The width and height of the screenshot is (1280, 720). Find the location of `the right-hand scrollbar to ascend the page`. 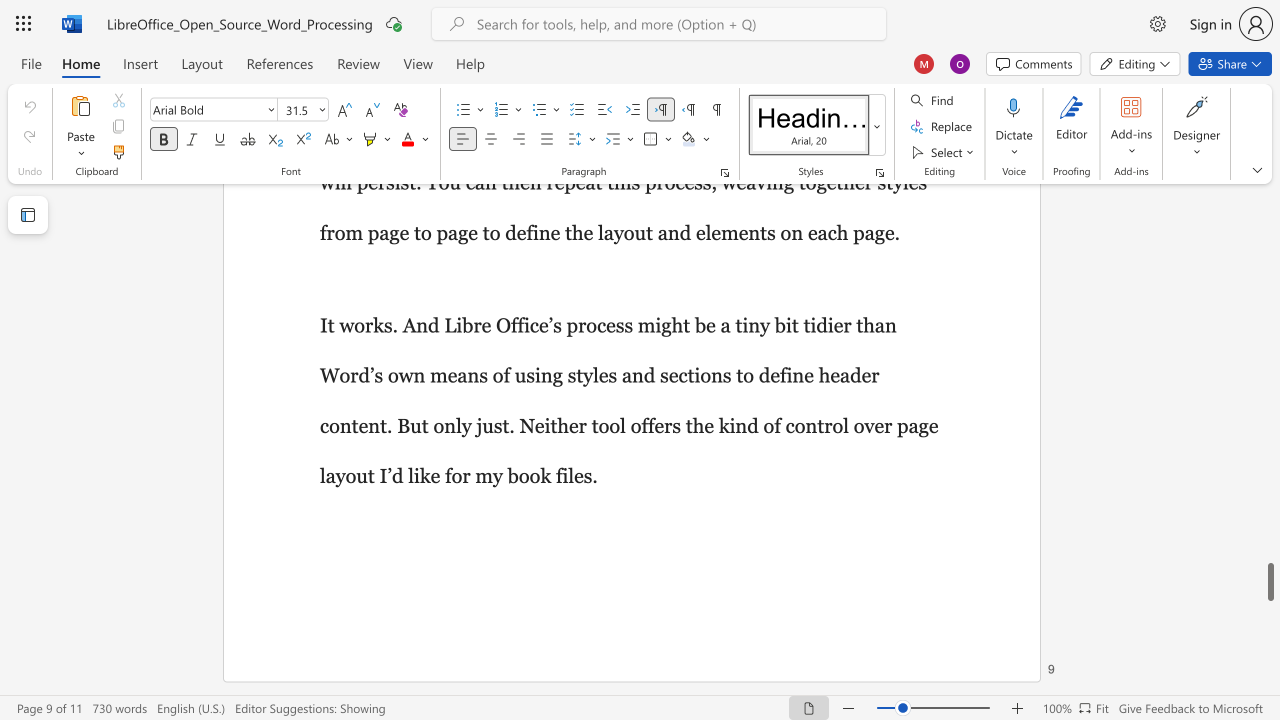

the right-hand scrollbar to ascend the page is located at coordinates (1269, 518).